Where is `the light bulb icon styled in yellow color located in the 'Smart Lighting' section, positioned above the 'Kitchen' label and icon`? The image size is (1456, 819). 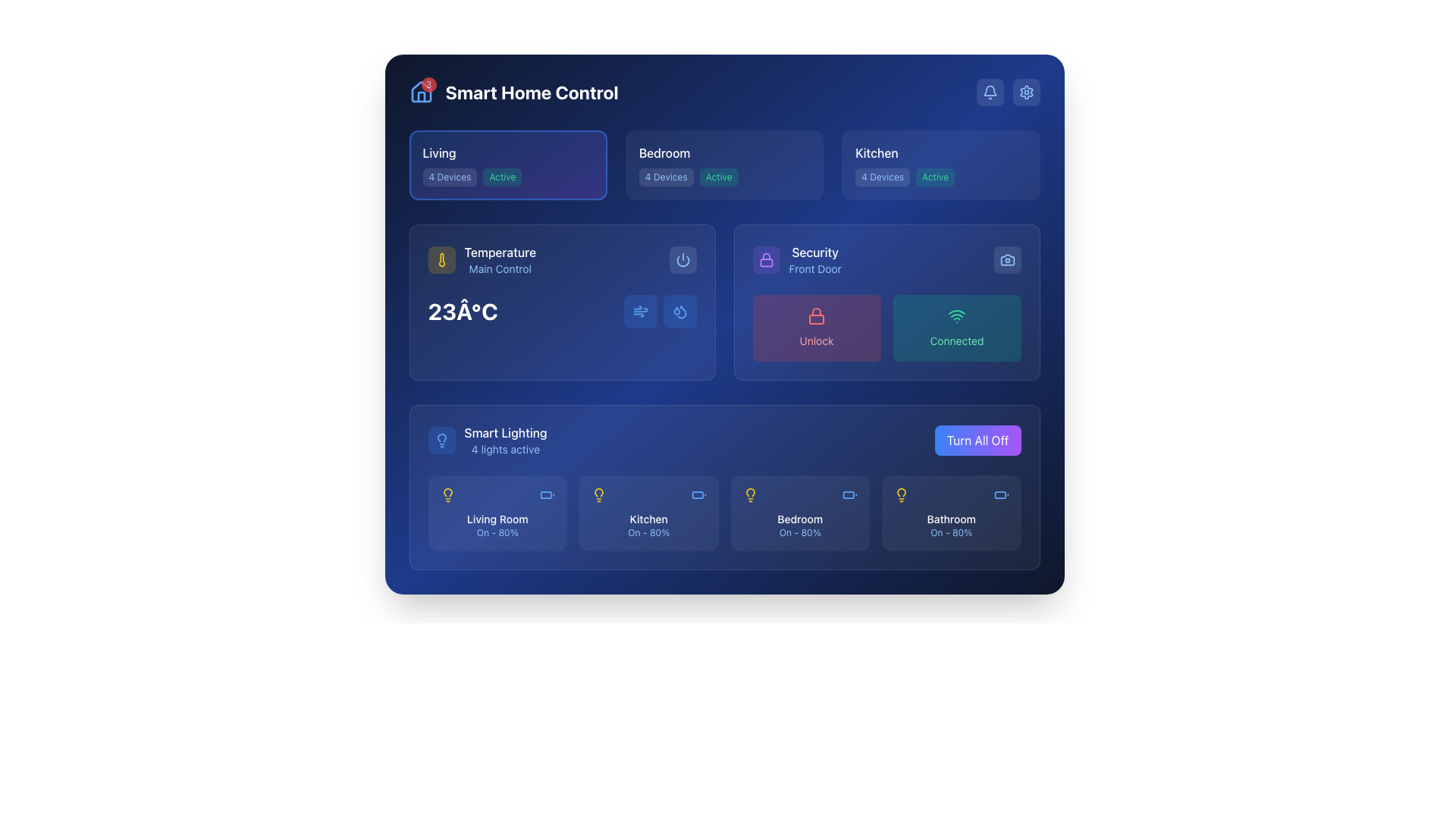
the light bulb icon styled in yellow color located in the 'Smart Lighting' section, positioned above the 'Kitchen' label and icon is located at coordinates (598, 494).